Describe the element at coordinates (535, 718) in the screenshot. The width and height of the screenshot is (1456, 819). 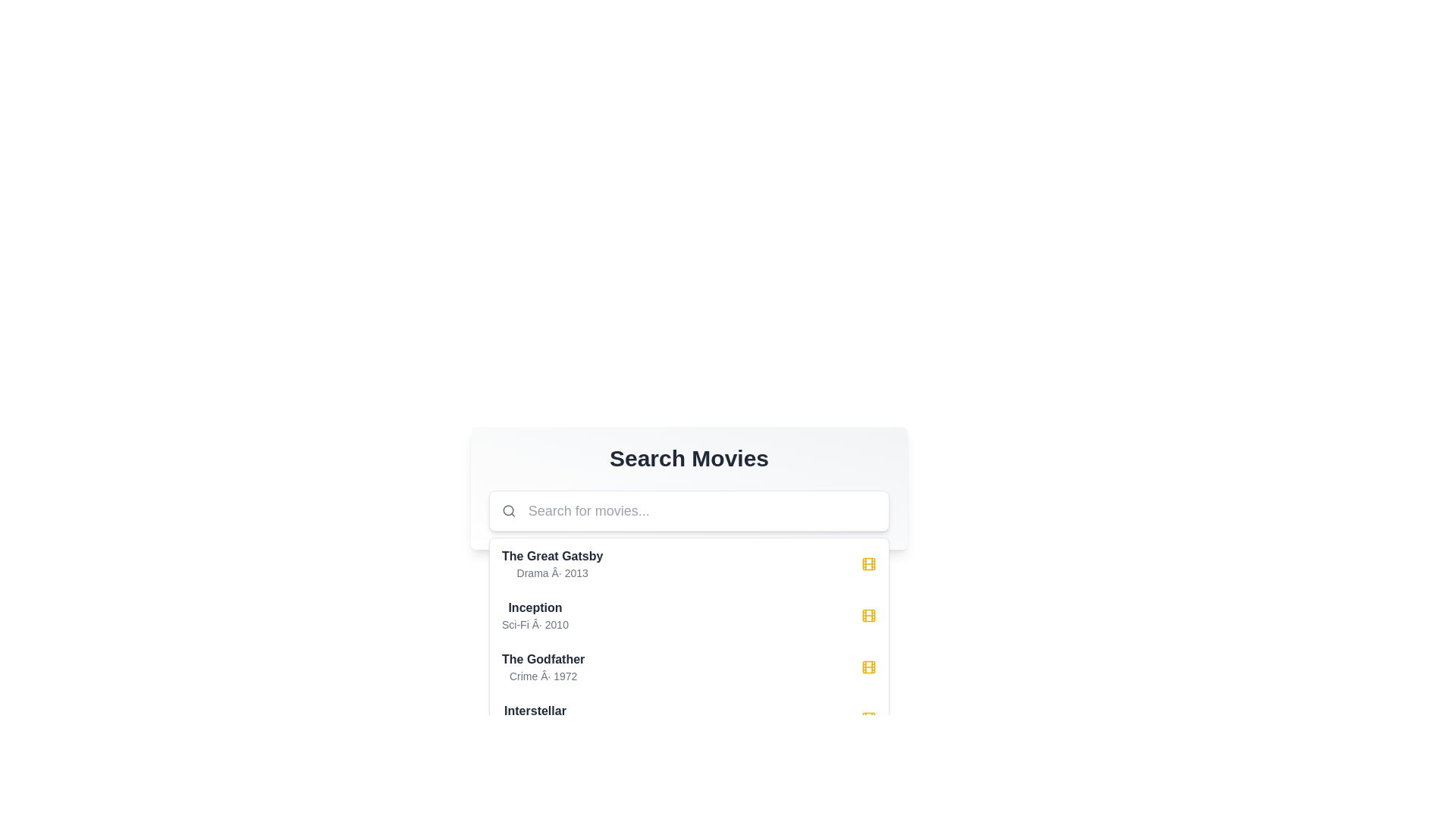
I see `the text label displaying 'Interstellar', which is styled in bold and positioned fourth in the movie list under 'Search Movies'` at that location.